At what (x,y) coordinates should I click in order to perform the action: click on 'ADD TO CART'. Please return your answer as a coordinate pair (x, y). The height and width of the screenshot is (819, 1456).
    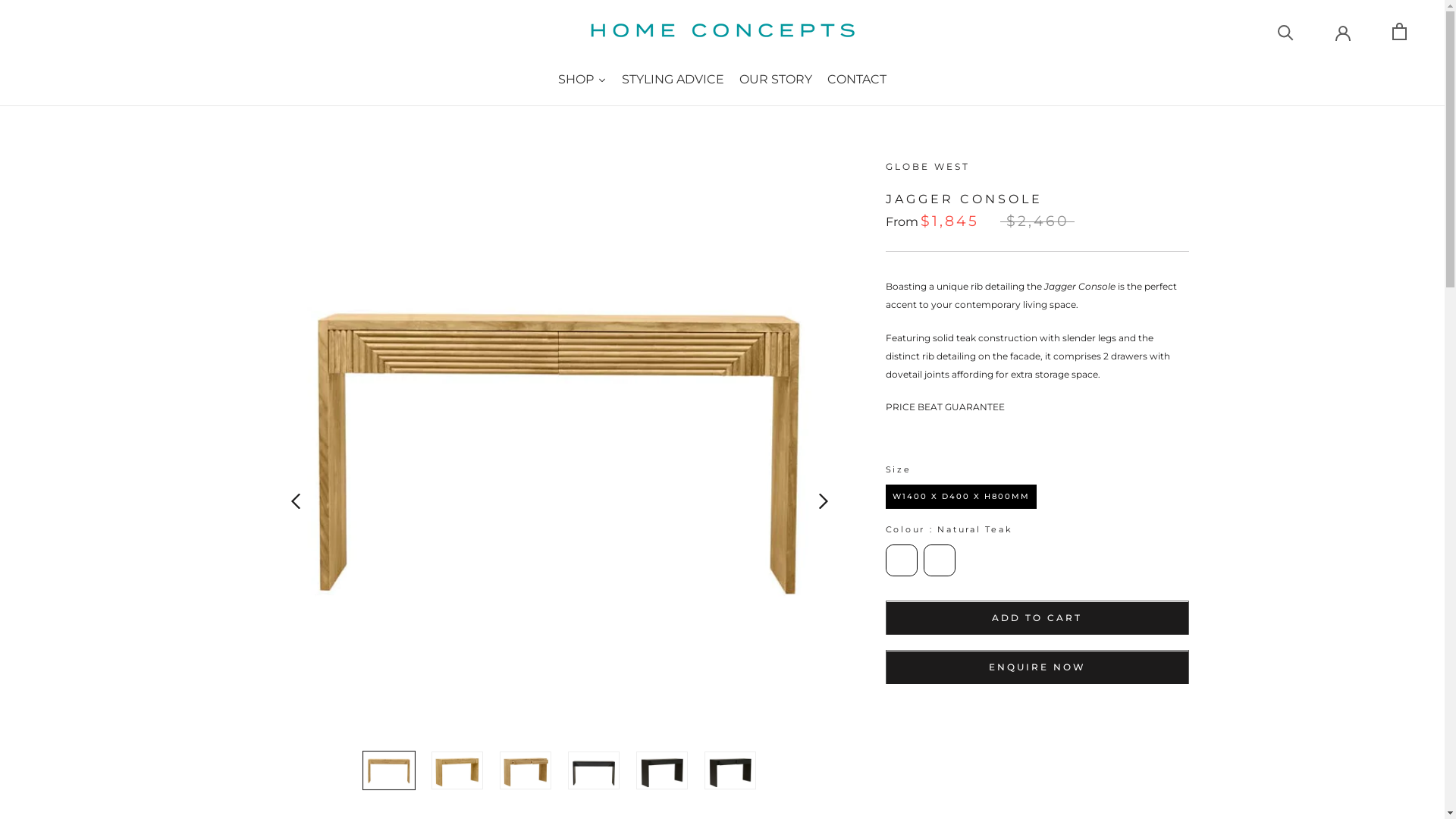
    Looking at the image, I should click on (1037, 617).